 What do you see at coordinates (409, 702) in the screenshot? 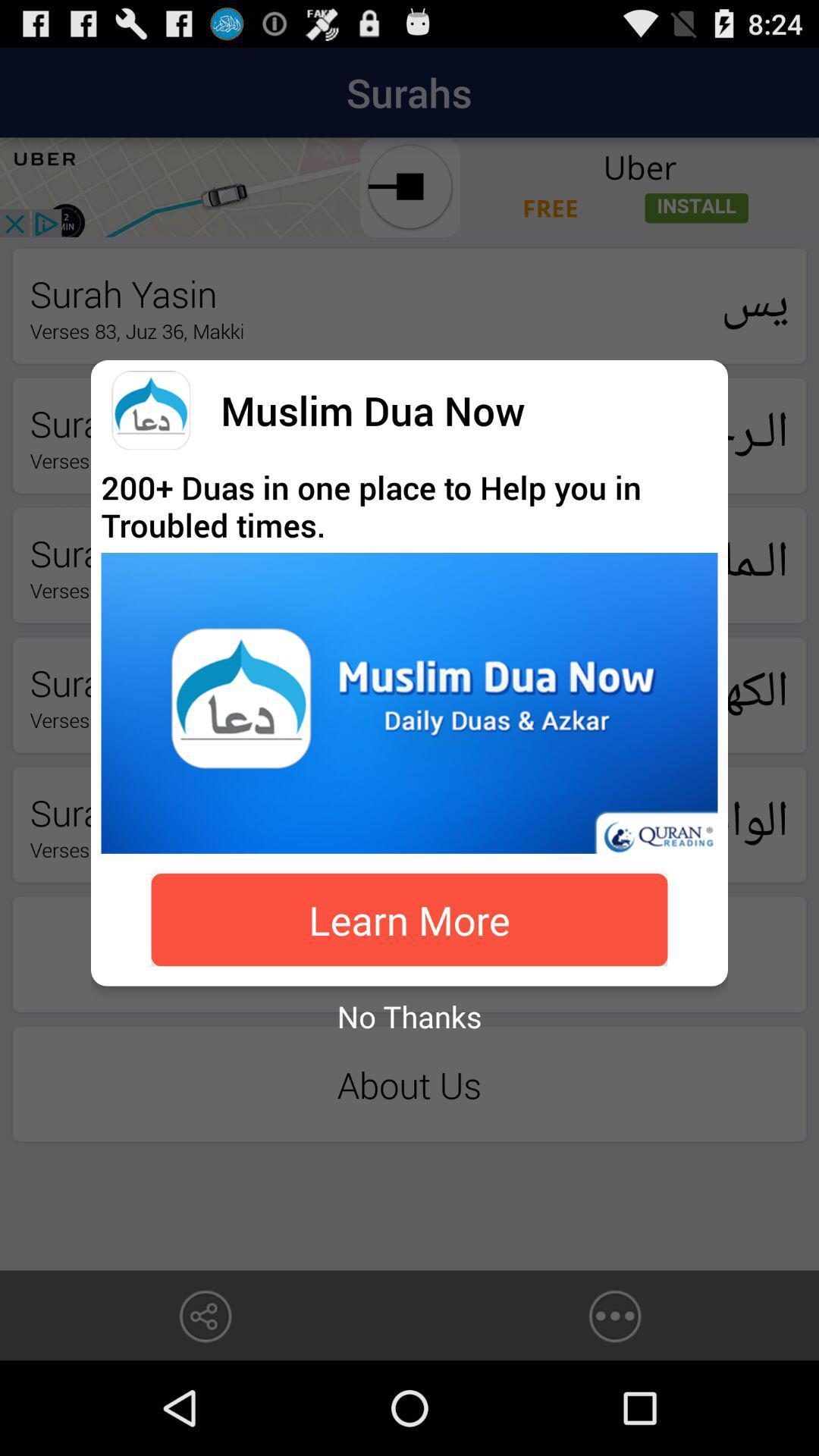
I see `the item below 200 duas in icon` at bounding box center [409, 702].